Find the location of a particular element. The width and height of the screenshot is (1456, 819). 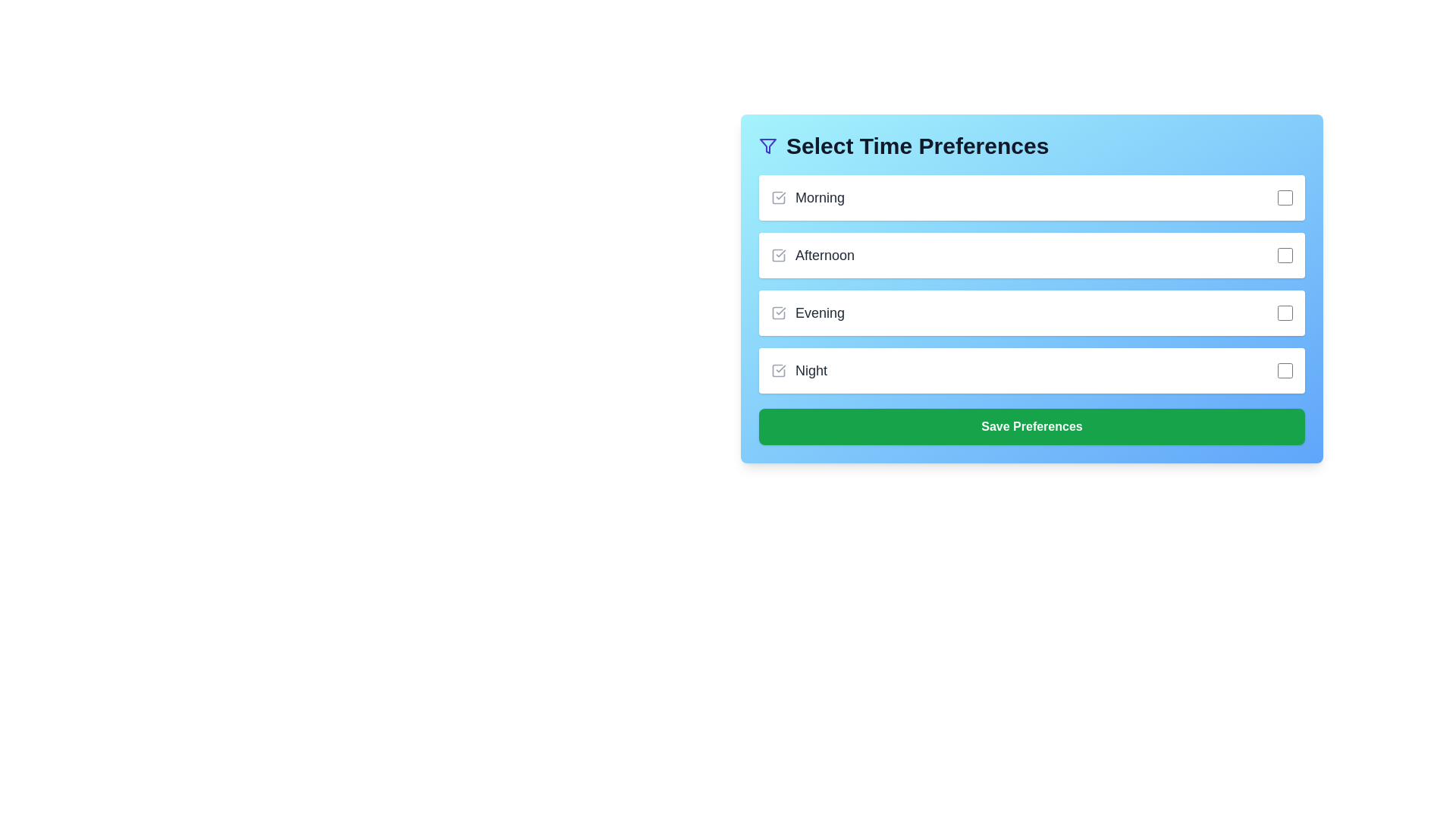

the checkbox outline located to the left of the text labeled 'Evening', which is part of a vertical list of options is located at coordinates (779, 312).